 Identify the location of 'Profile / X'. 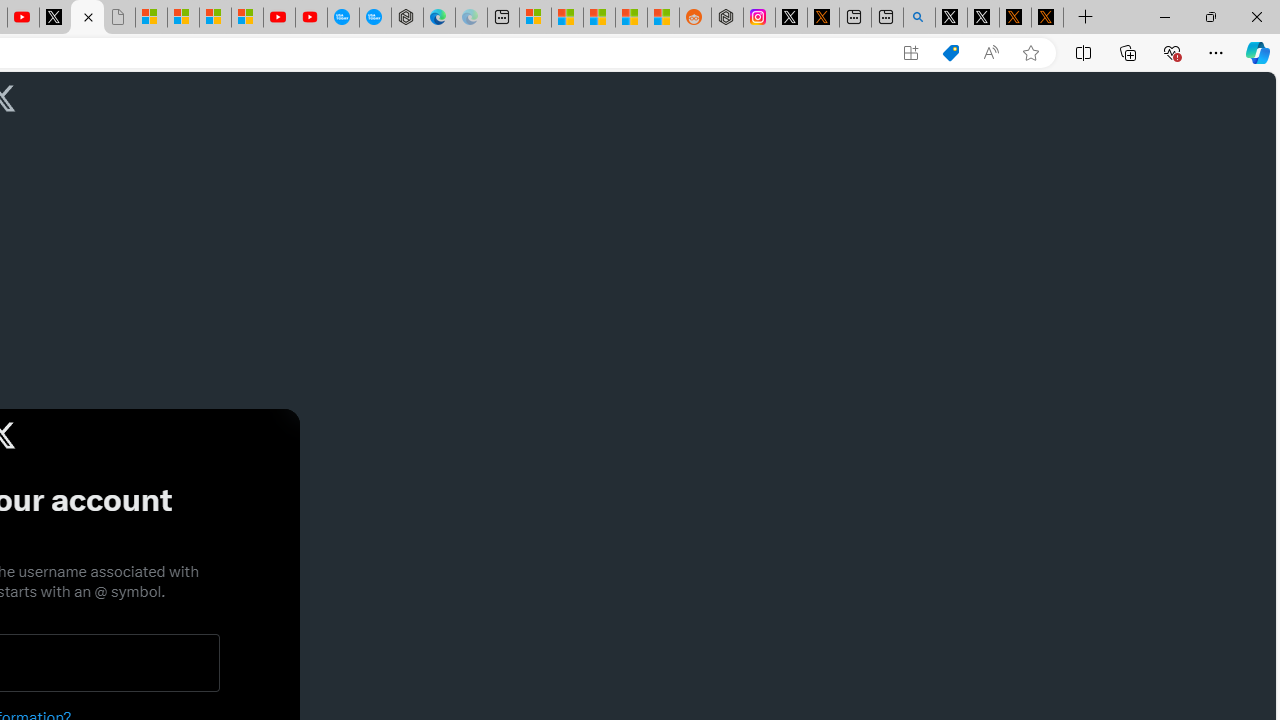
(950, 17).